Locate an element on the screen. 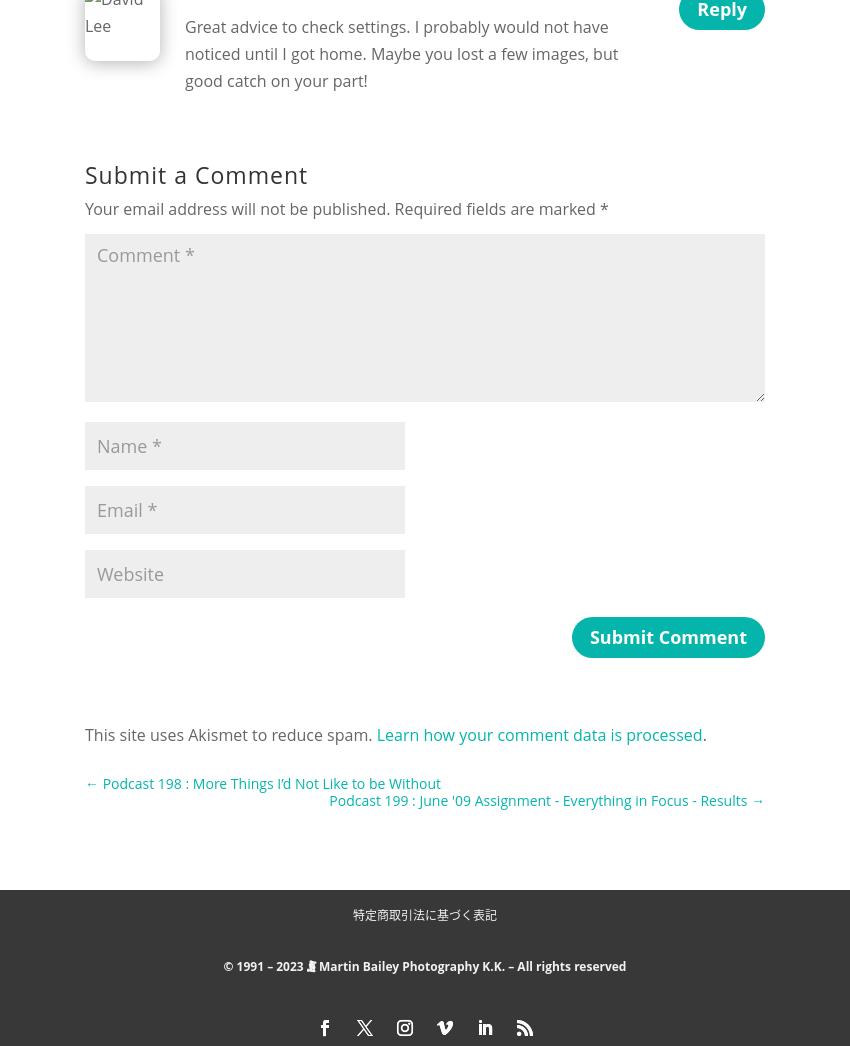  'Podcast 198 : More Things I’d Not Like to be Without' is located at coordinates (270, 781).